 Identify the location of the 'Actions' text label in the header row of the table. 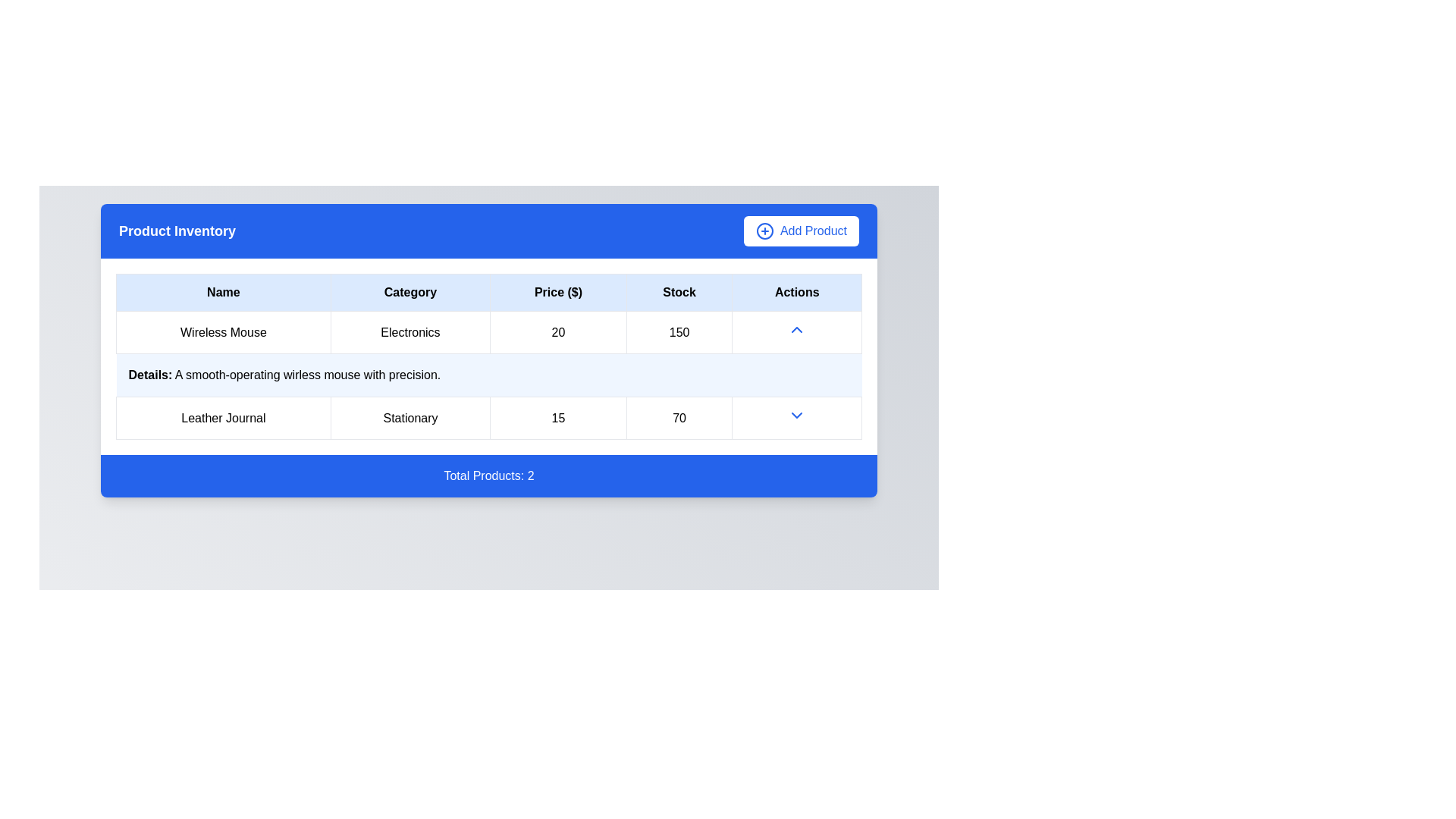
(796, 292).